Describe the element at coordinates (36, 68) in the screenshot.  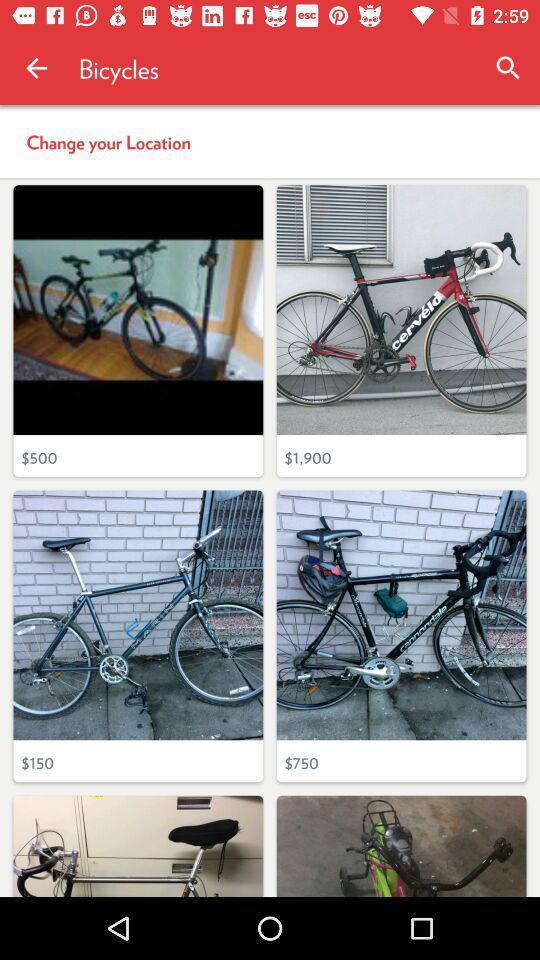
I see `the app next to bicycles item` at that location.